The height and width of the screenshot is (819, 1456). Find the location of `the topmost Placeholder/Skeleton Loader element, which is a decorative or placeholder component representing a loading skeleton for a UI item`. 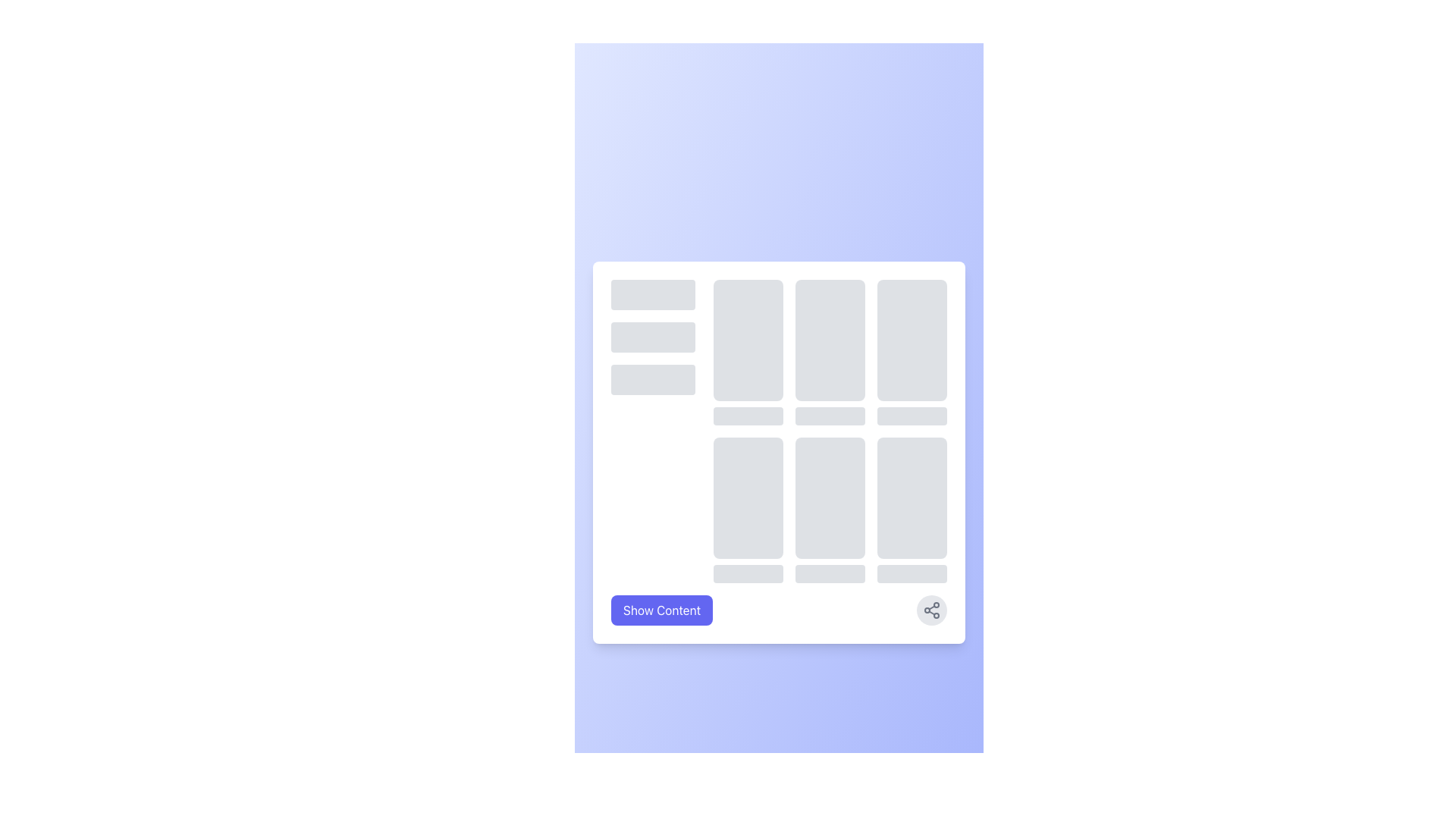

the topmost Placeholder/Skeleton Loader element, which is a decorative or placeholder component representing a loading skeleton for a UI item is located at coordinates (653, 295).